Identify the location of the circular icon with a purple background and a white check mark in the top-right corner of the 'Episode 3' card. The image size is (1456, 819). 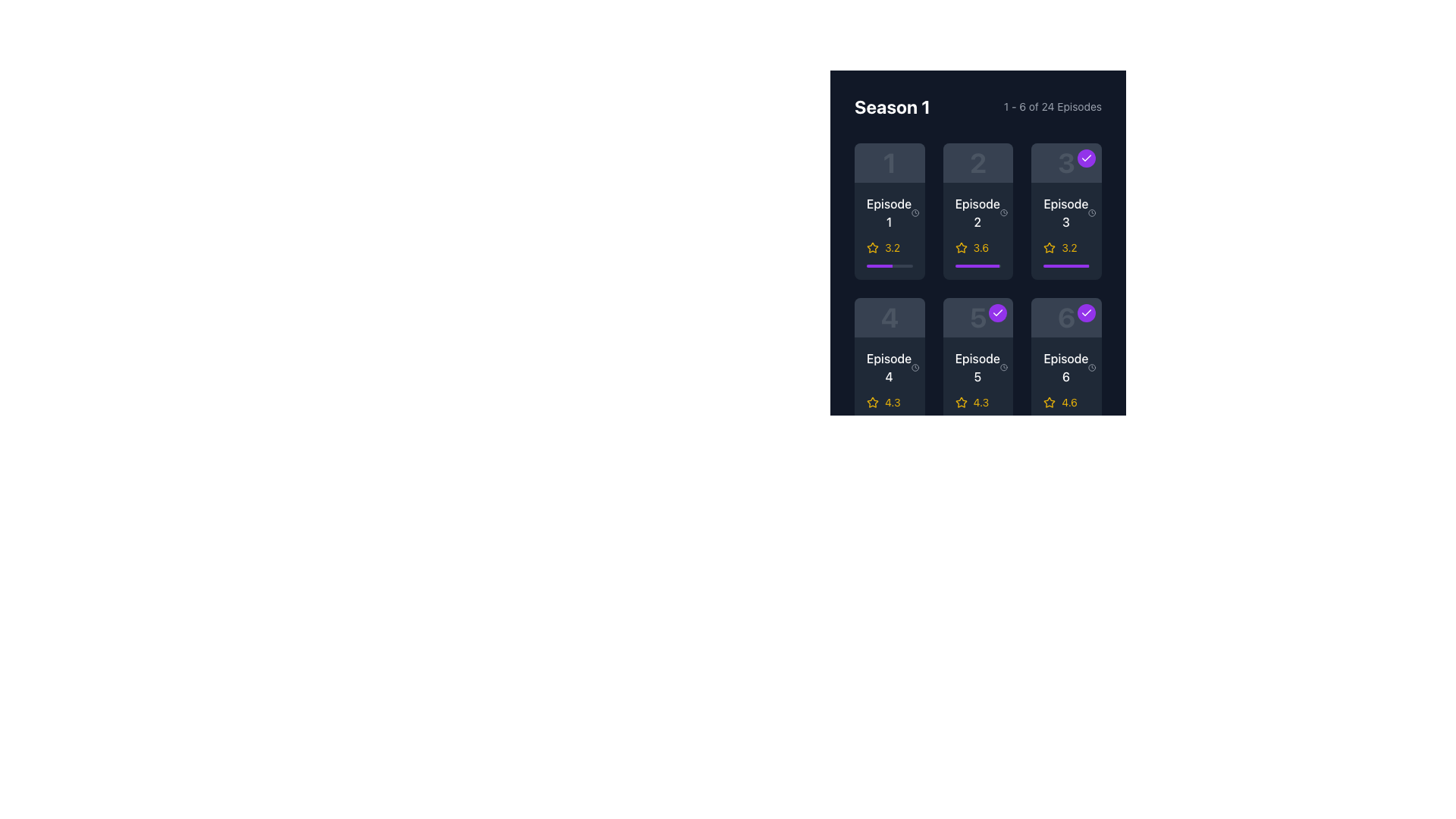
(1085, 158).